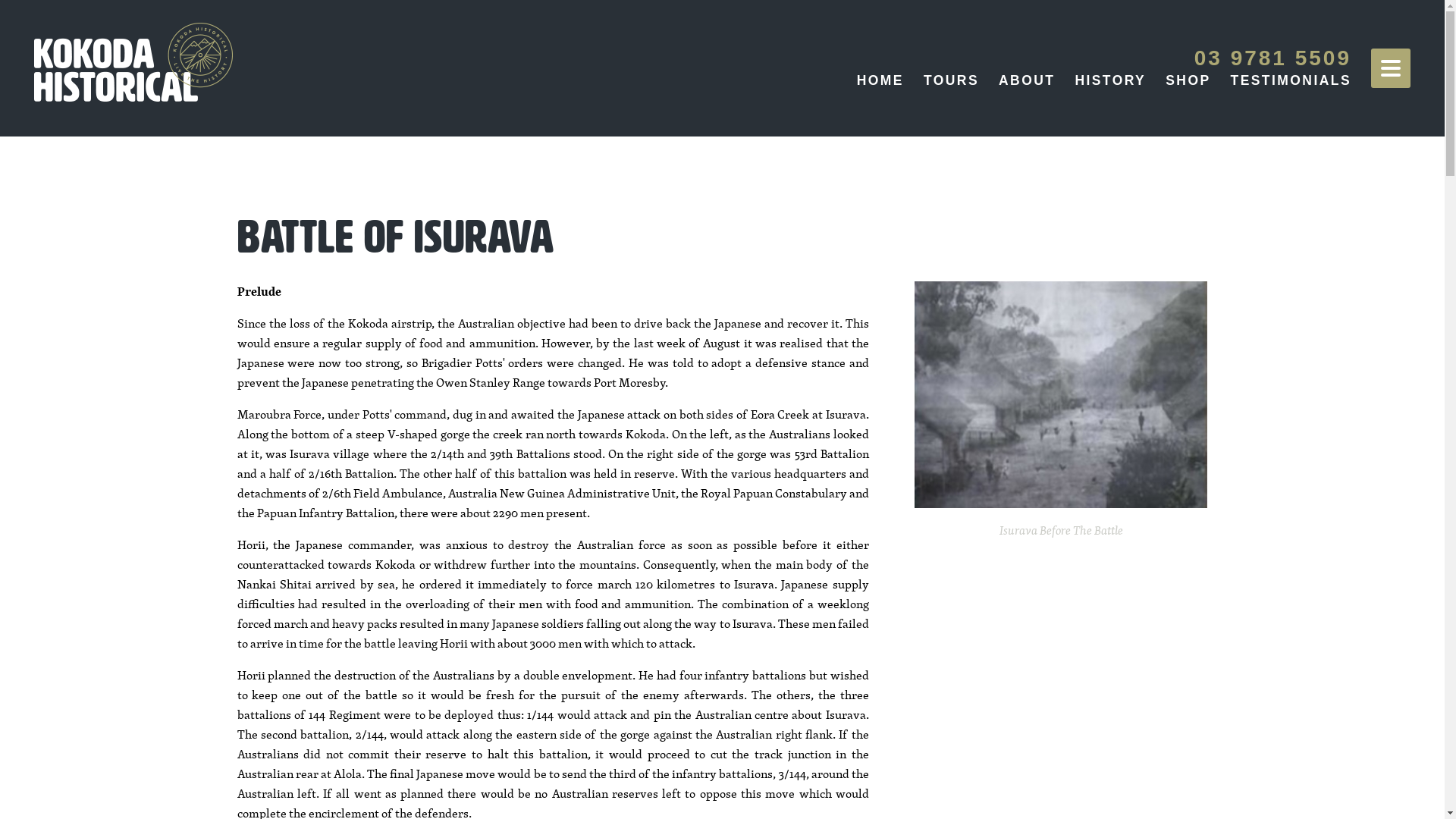 The image size is (1456, 819). I want to click on '03 9781 5509', so click(1272, 57).